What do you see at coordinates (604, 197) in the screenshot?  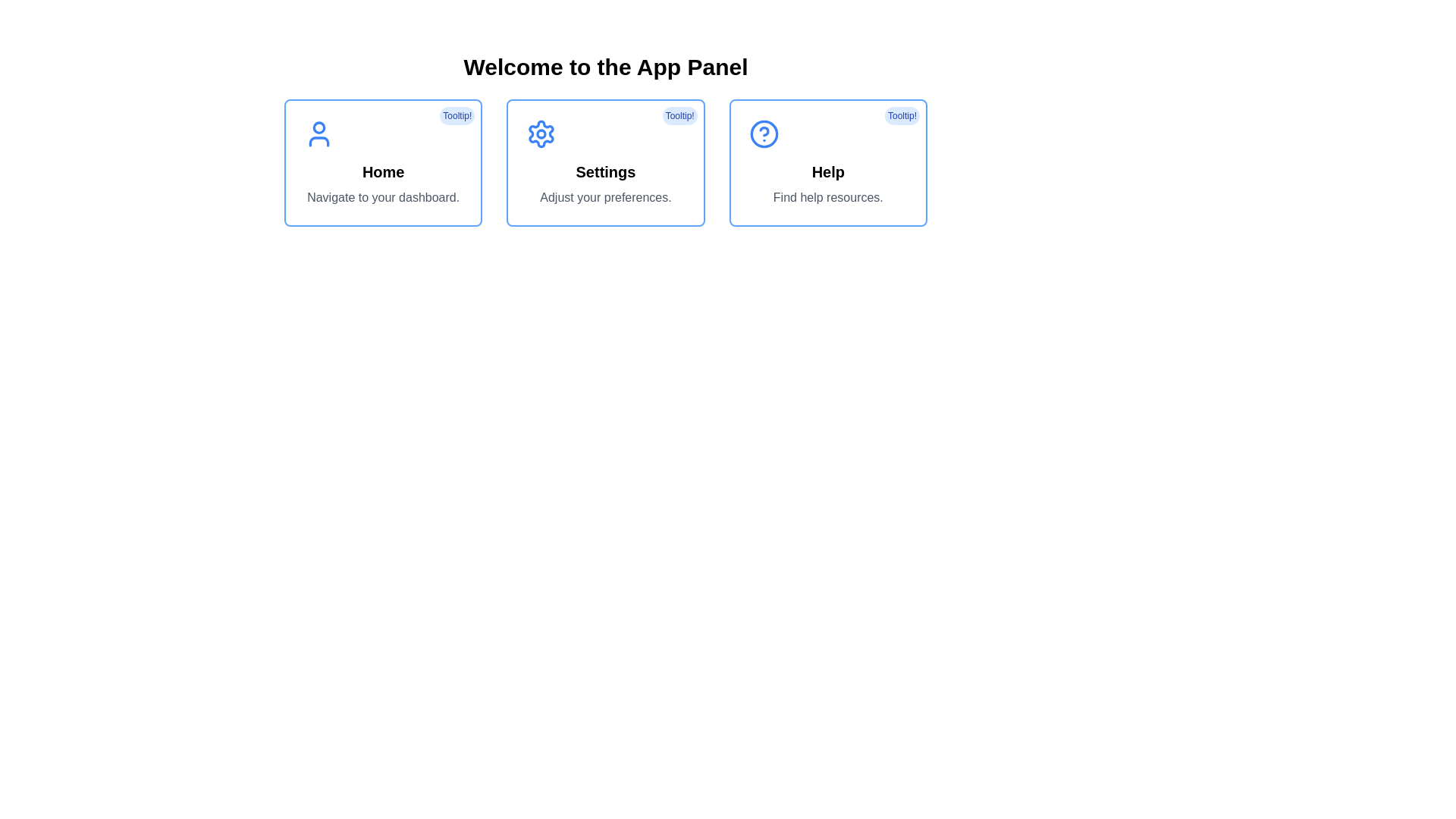 I see `the text label that says 'Adjust your preferences.', which is styled in a small gray font and located below the 'Settings' title` at bounding box center [604, 197].